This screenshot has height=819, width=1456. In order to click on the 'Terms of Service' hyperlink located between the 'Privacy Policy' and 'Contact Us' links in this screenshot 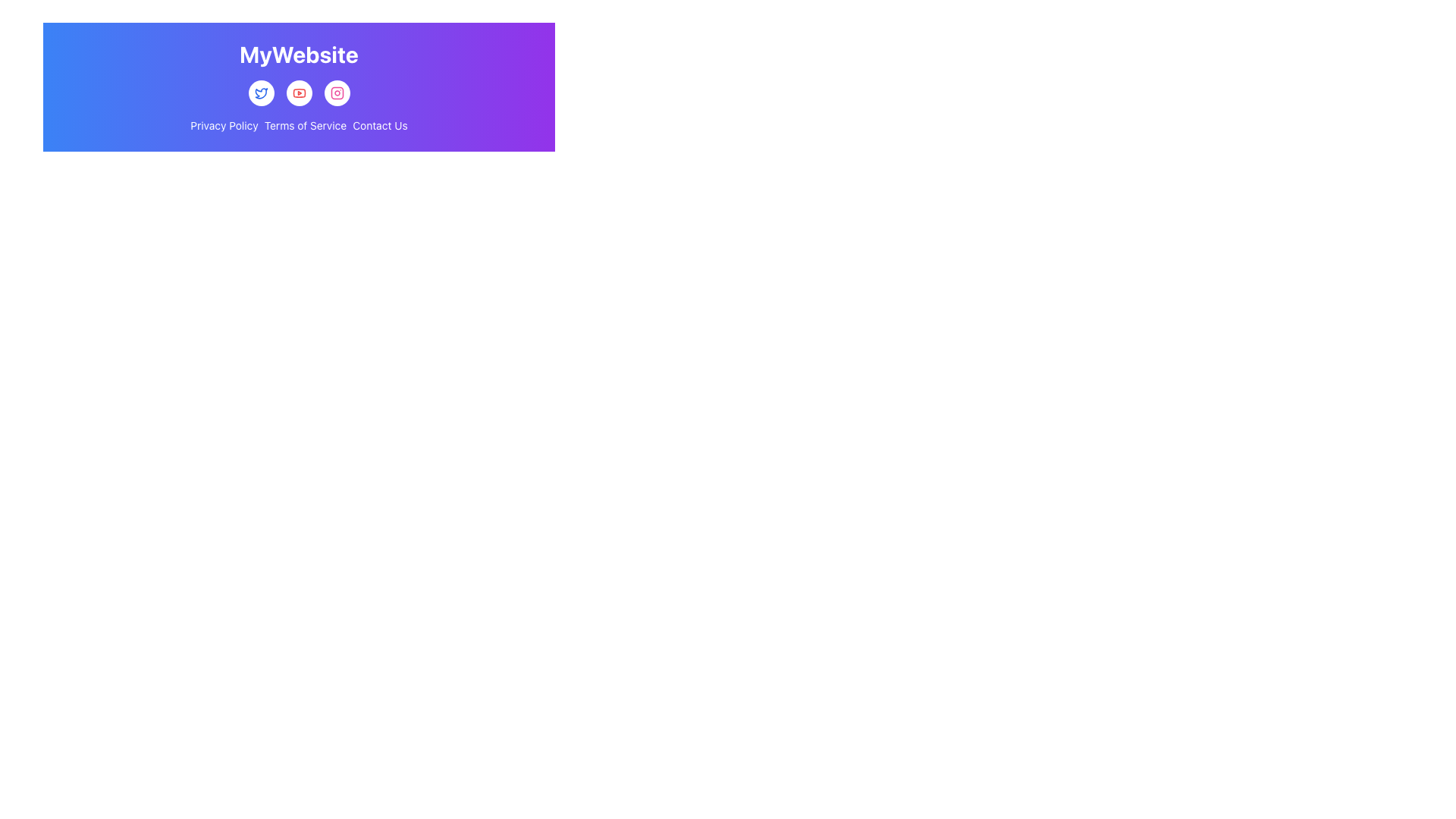, I will do `click(305, 124)`.